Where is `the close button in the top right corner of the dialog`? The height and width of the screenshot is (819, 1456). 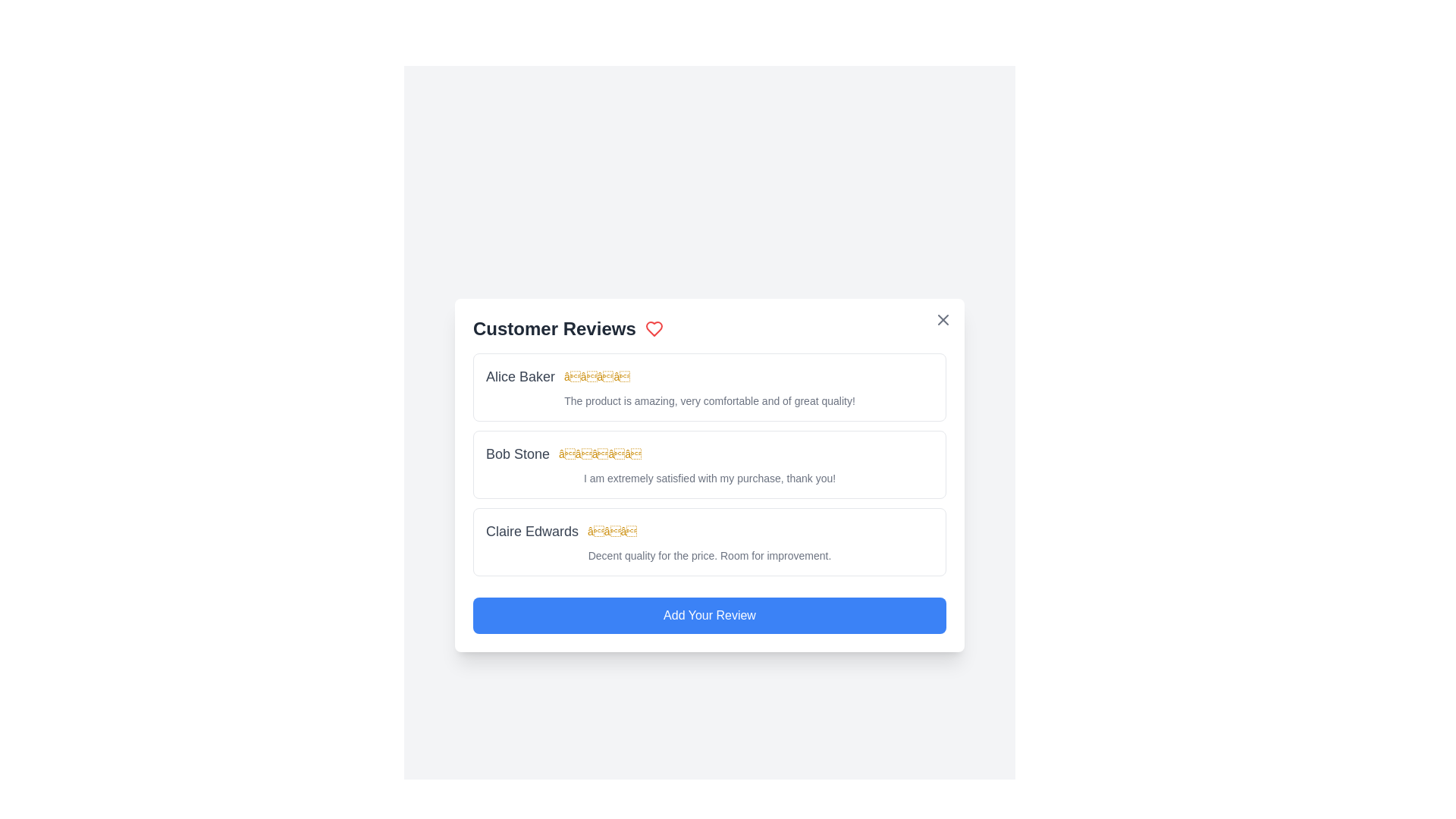 the close button in the top right corner of the dialog is located at coordinates (942, 318).